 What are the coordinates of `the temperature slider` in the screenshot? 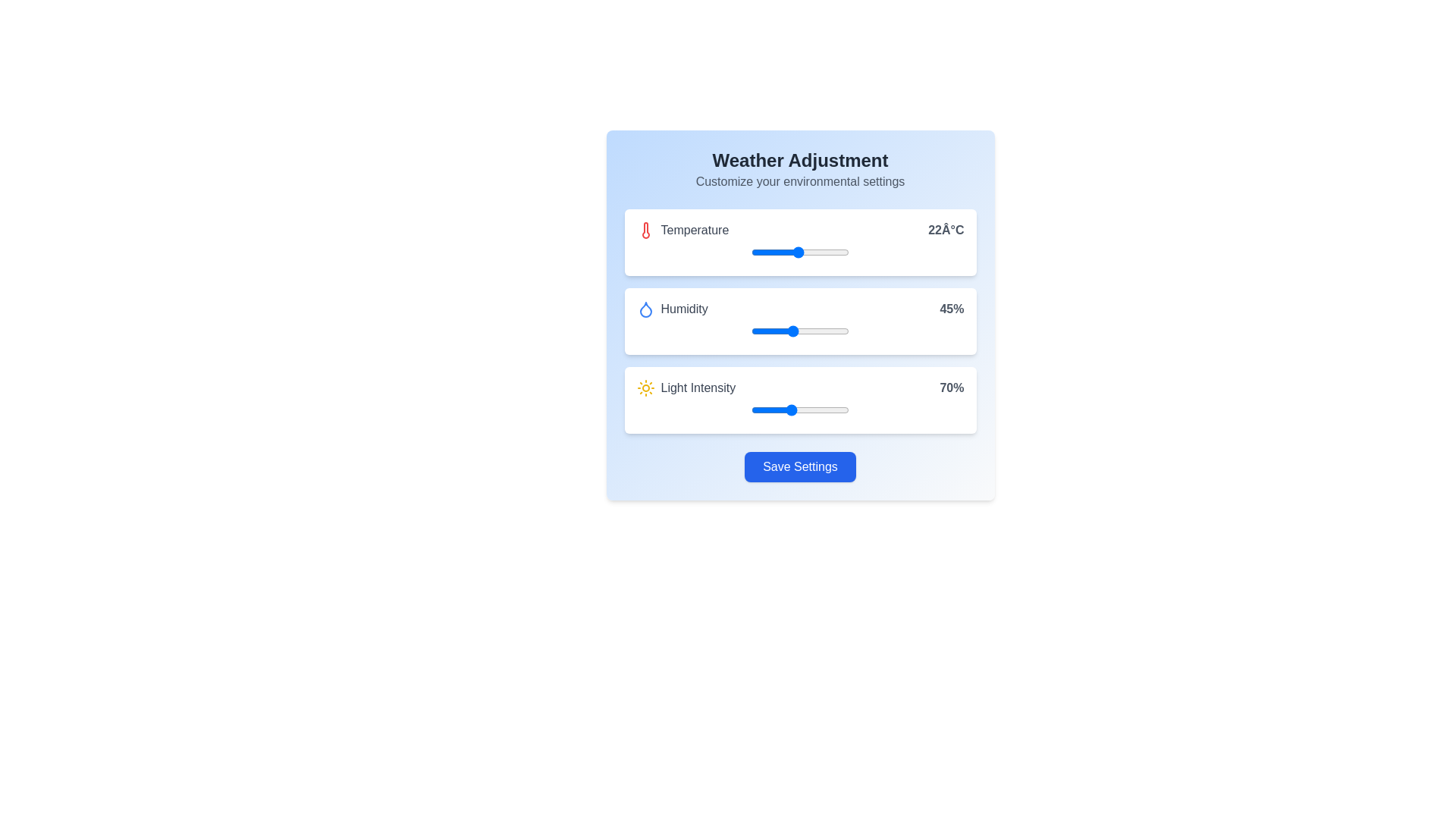 It's located at (775, 251).